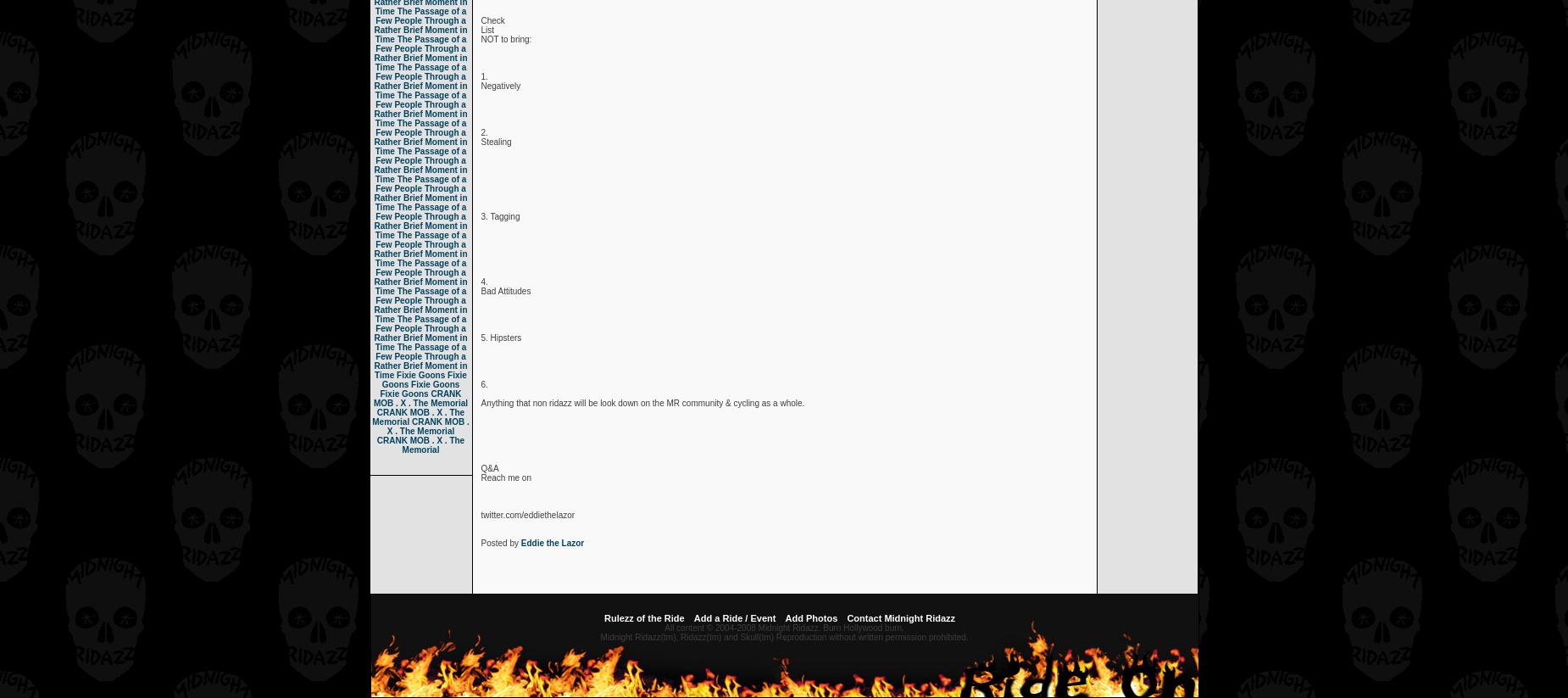 This screenshot has height=698, width=1568. I want to click on 'Negatively', so click(481, 85).